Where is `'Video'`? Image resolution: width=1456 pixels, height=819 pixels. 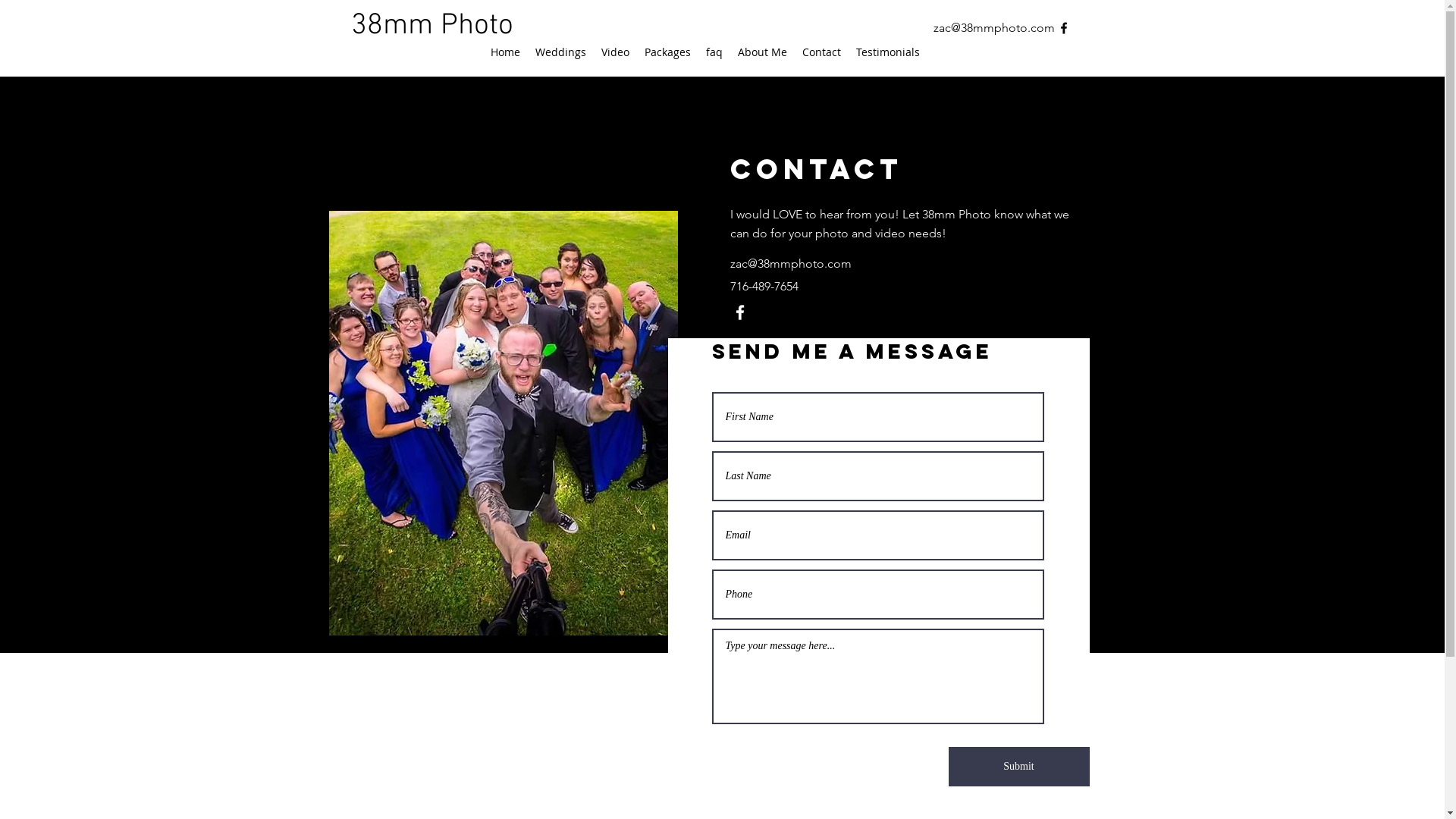
'Video' is located at coordinates (614, 52).